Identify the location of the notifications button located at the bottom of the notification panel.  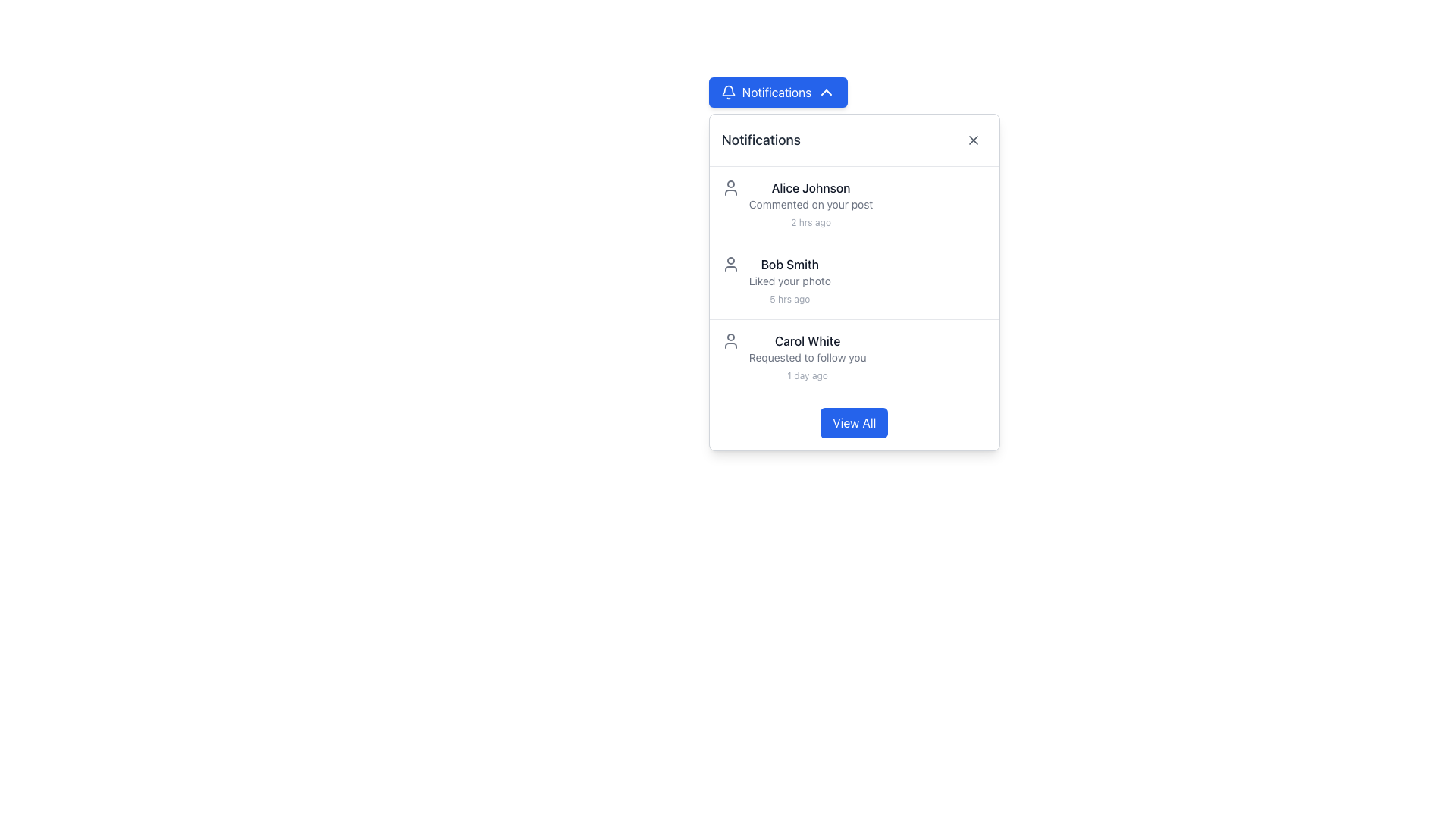
(854, 423).